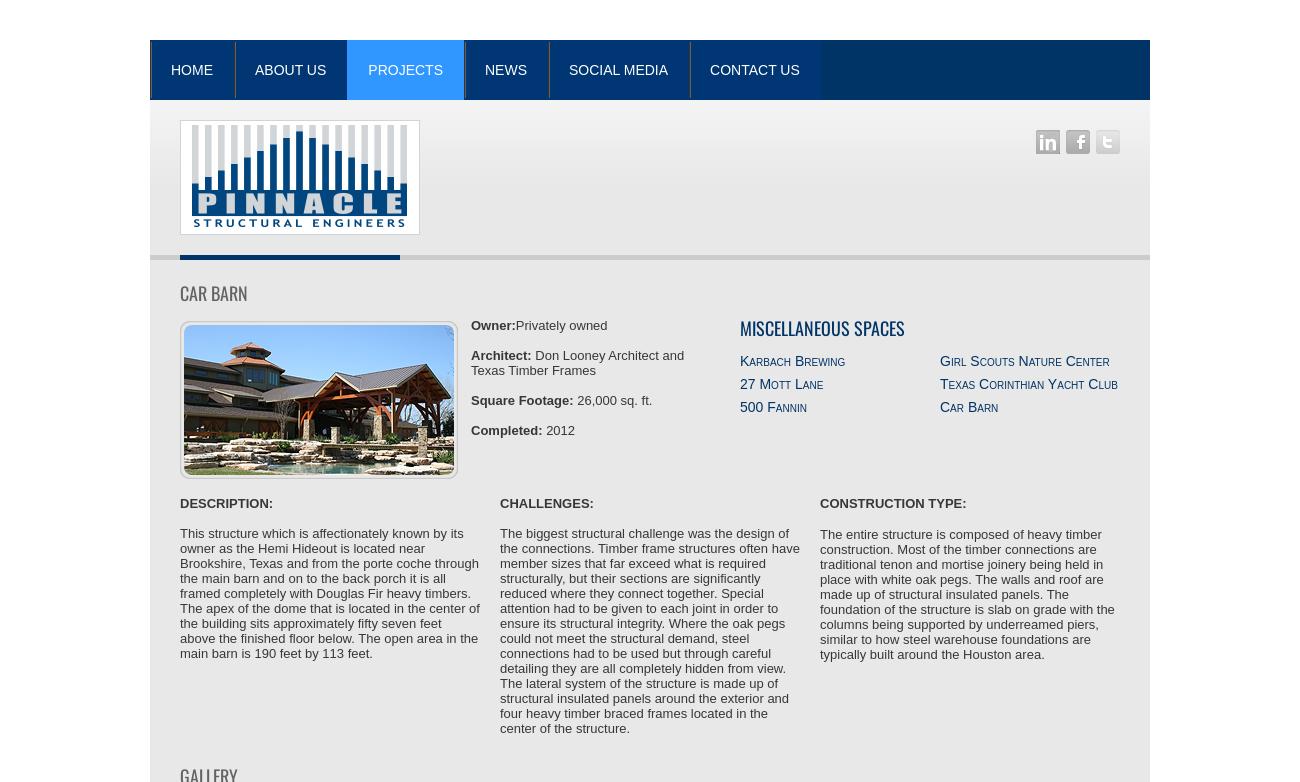  Describe the element at coordinates (891, 503) in the screenshot. I see `'CONSTRUCTION TYPE:'` at that location.